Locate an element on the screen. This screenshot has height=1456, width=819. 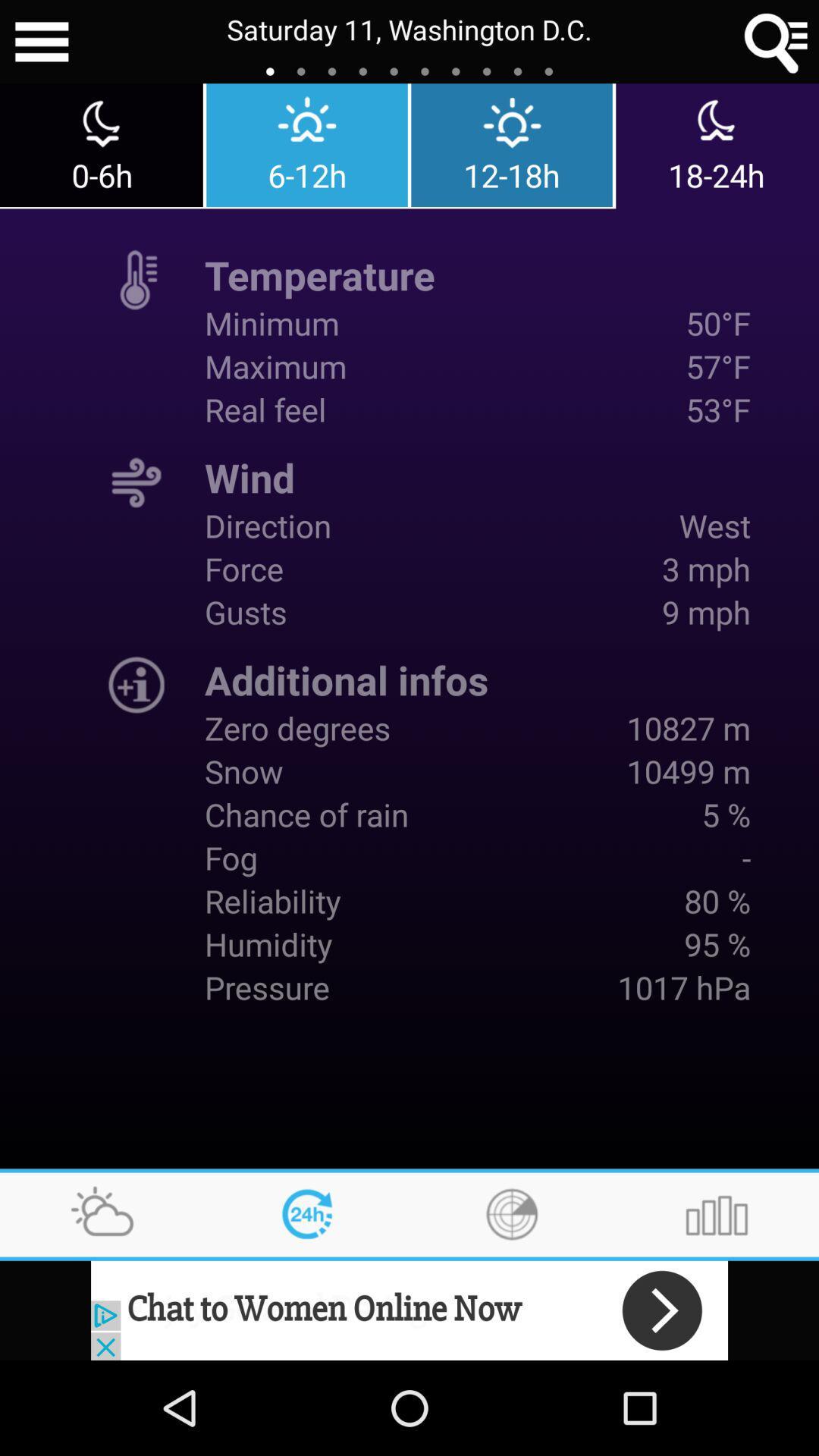
can search what we dont know is located at coordinates (777, 42).